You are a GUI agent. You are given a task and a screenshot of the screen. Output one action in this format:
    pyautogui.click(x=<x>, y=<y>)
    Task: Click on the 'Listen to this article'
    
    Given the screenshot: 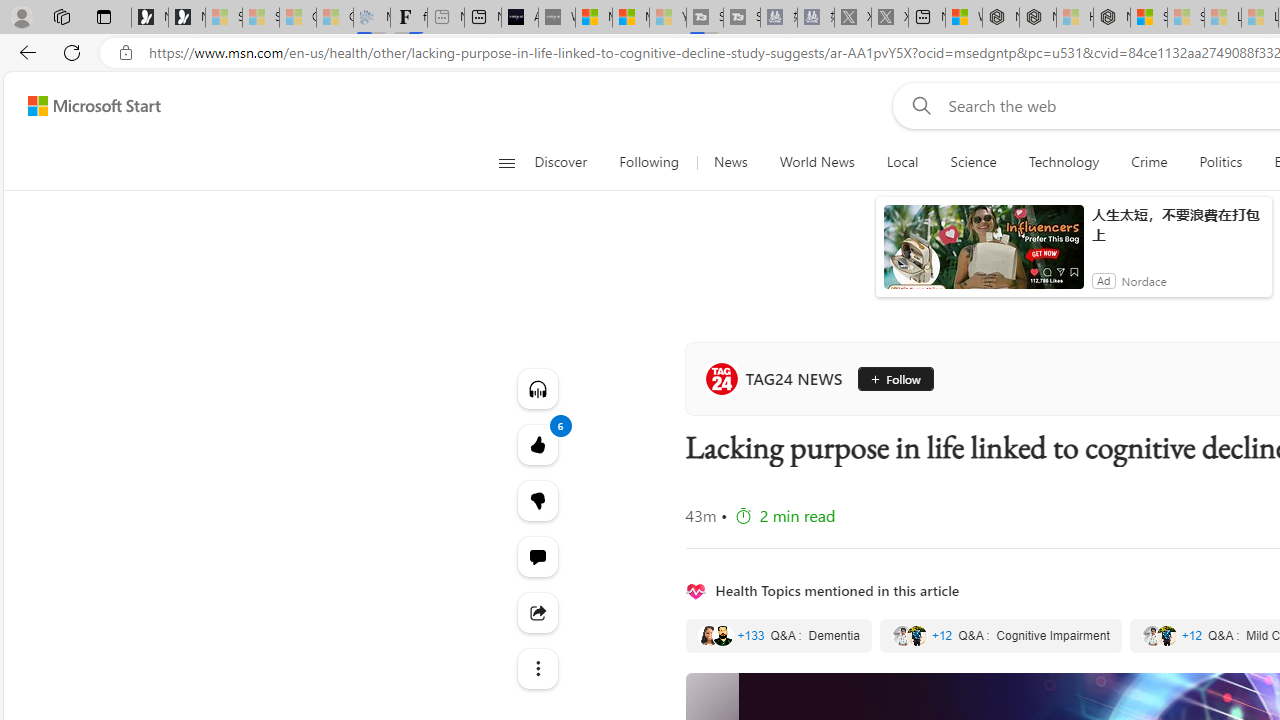 What is the action you would take?
    pyautogui.click(x=537, y=388)
    